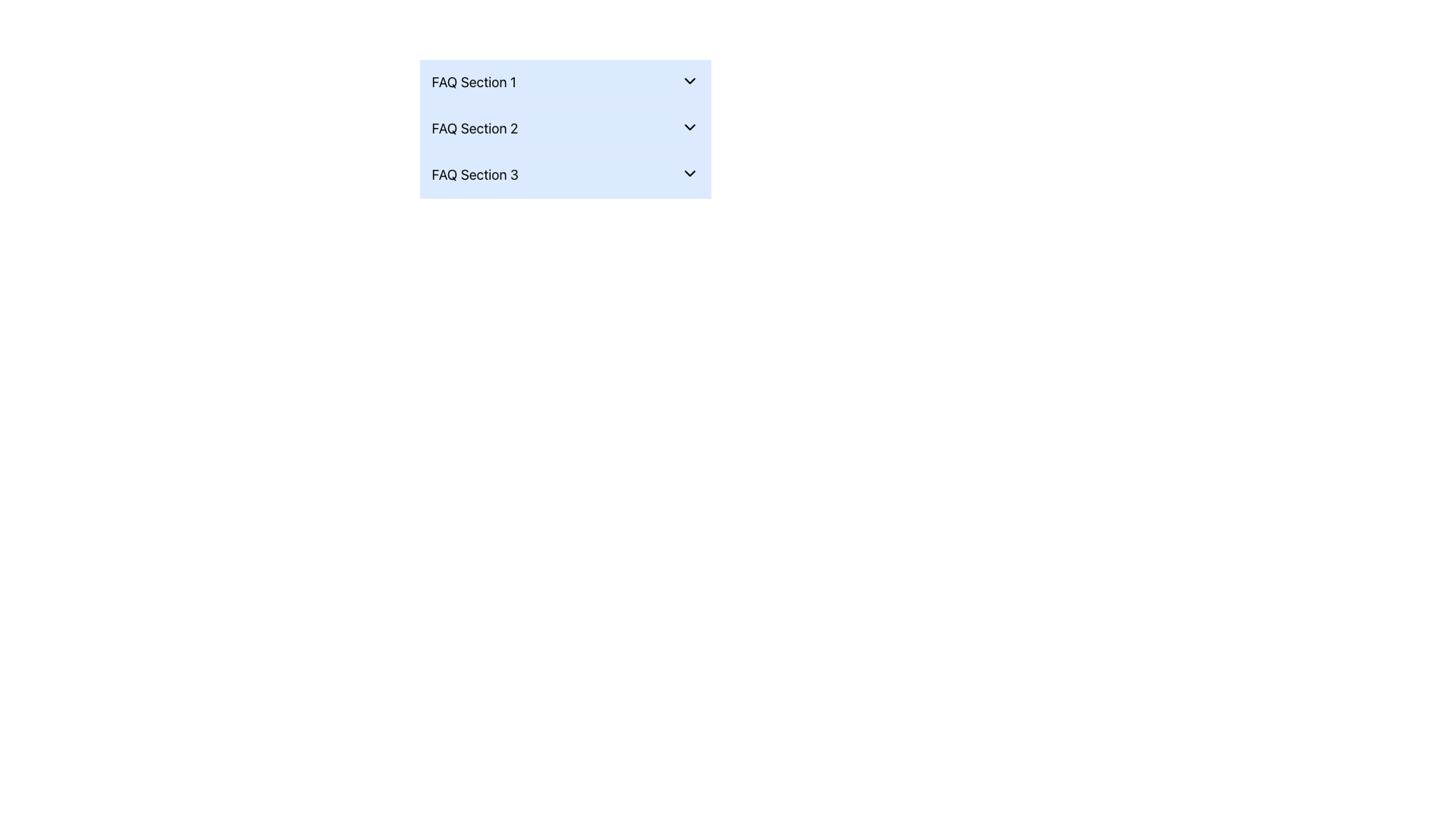 This screenshot has height=819, width=1456. I want to click on the button next to 'FAQ Section 2', so click(689, 127).